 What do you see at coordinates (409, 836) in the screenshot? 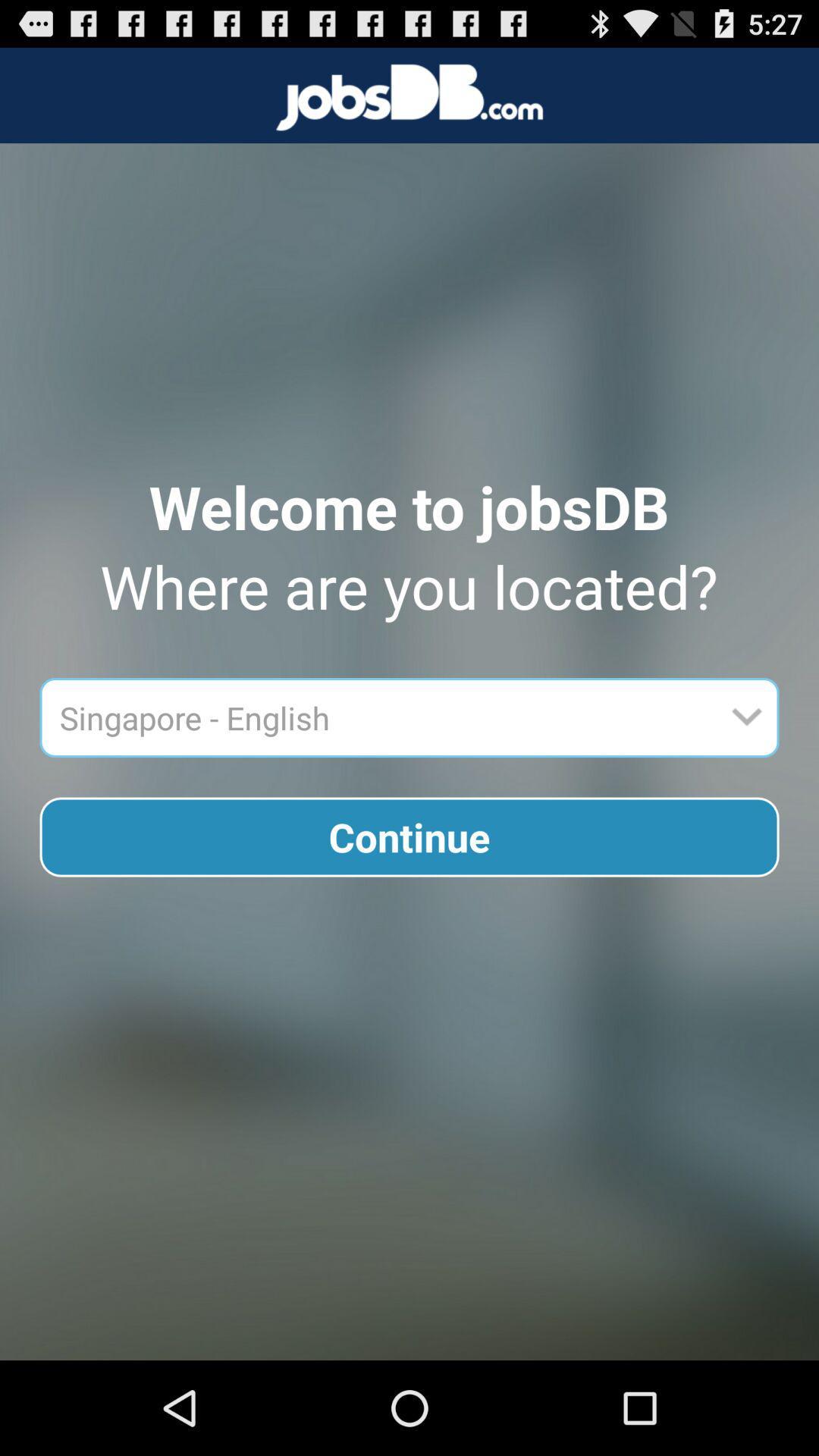
I see `continue` at bounding box center [409, 836].